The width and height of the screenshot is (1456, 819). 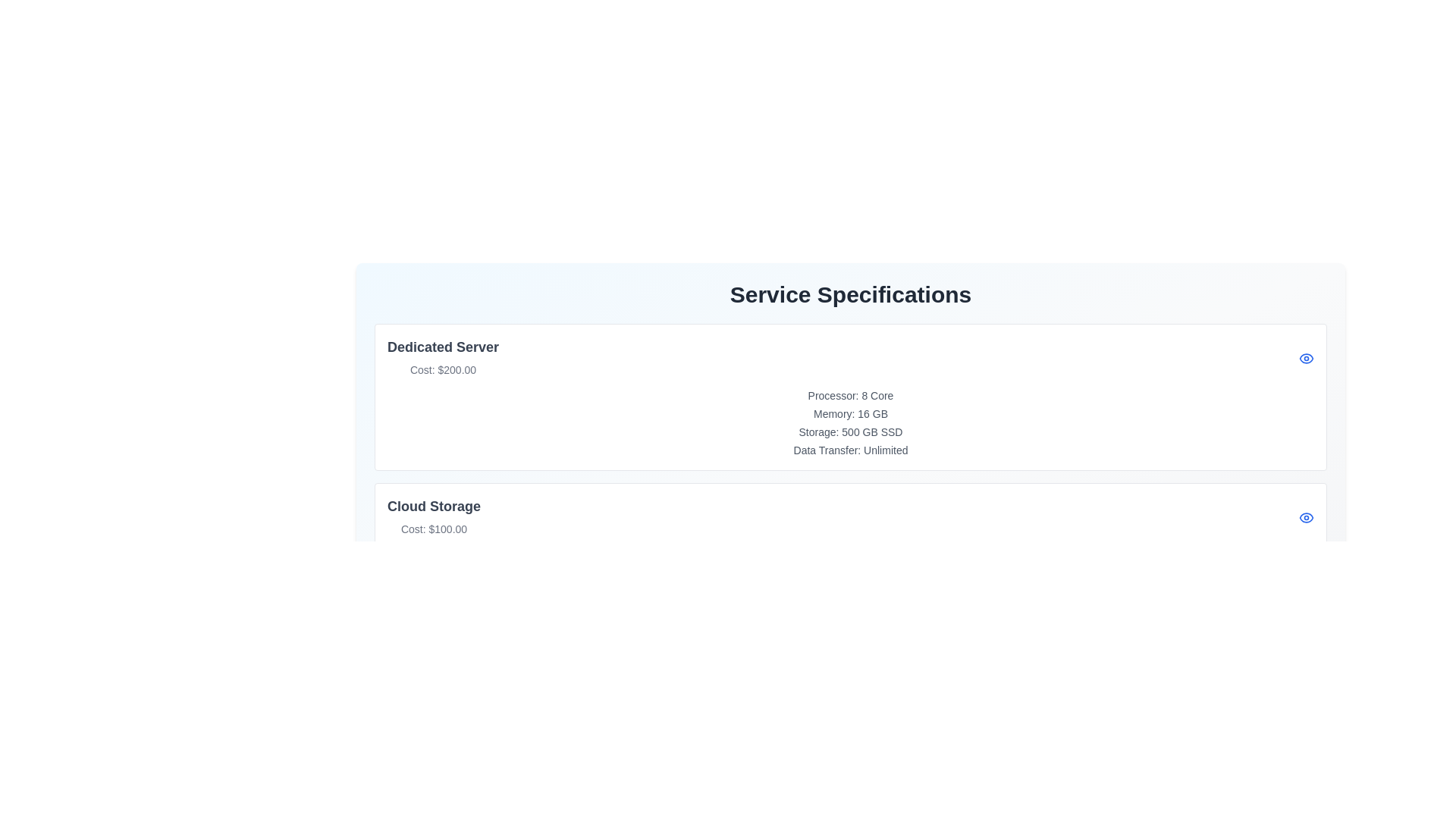 What do you see at coordinates (851, 394) in the screenshot?
I see `the processor specification label that informs the user about the dedicated server package's processor details` at bounding box center [851, 394].